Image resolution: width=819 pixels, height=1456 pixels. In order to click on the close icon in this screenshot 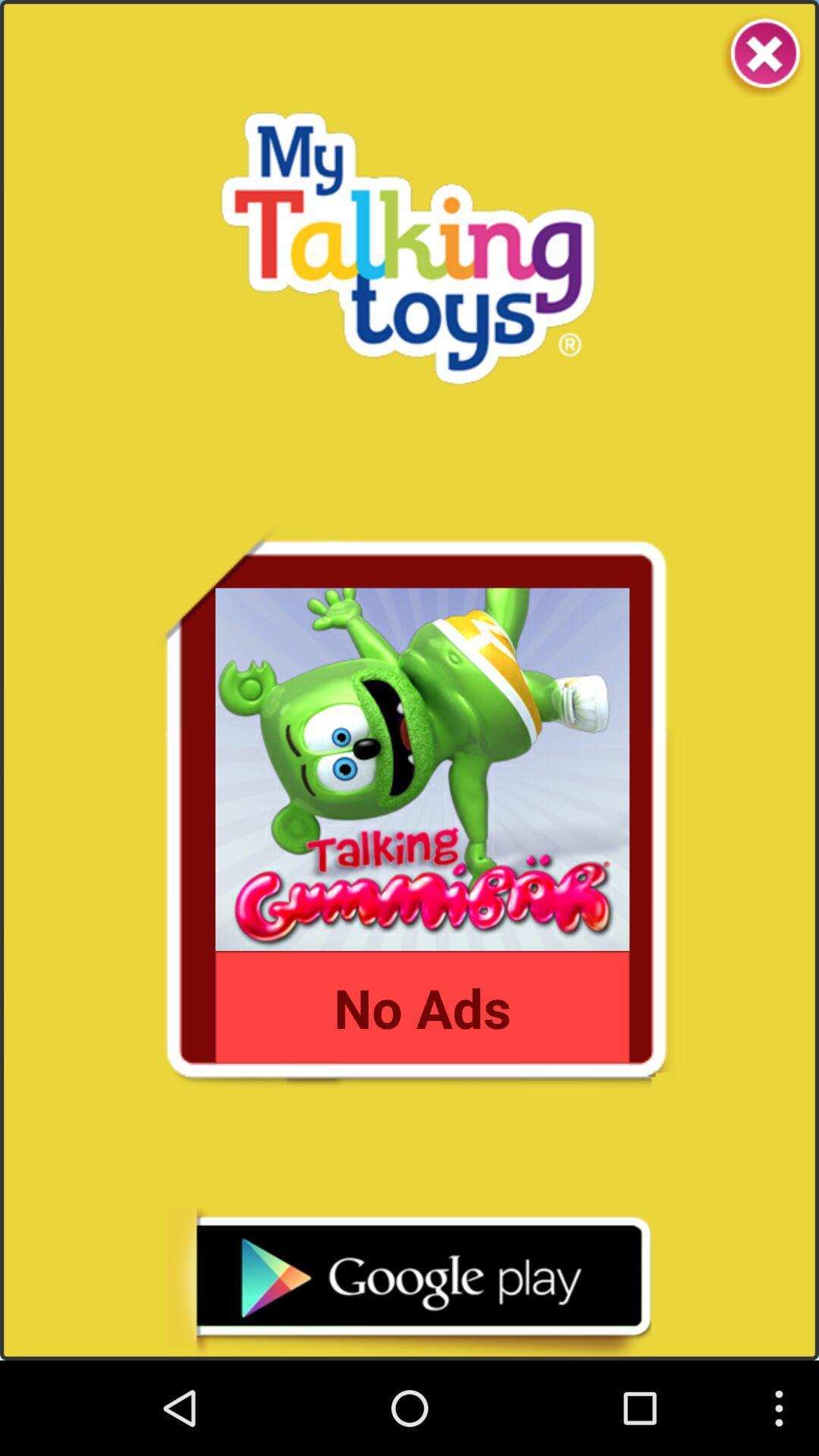, I will do `click(763, 60)`.